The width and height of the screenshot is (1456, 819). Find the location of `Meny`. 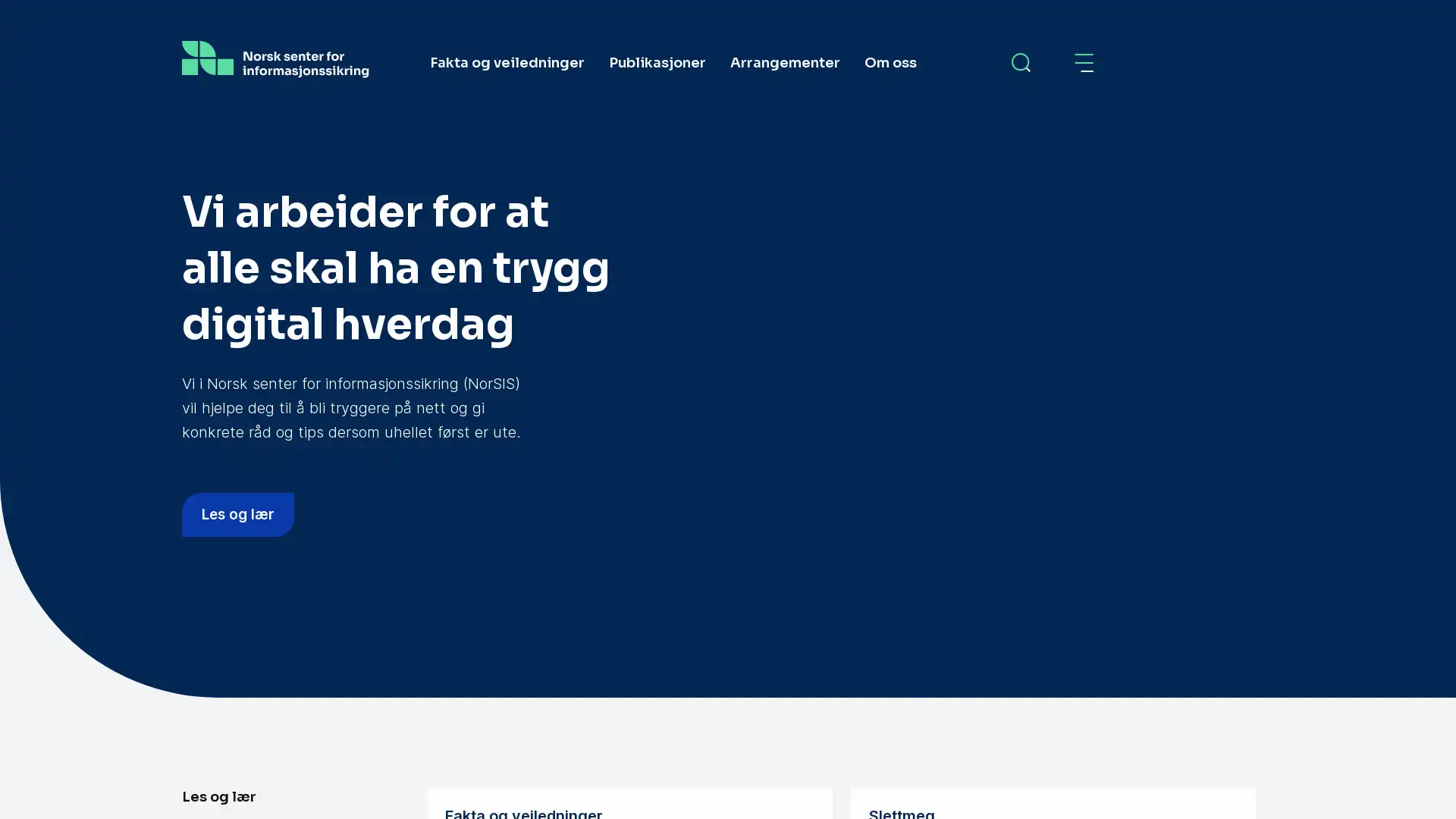

Meny is located at coordinates (1084, 62).